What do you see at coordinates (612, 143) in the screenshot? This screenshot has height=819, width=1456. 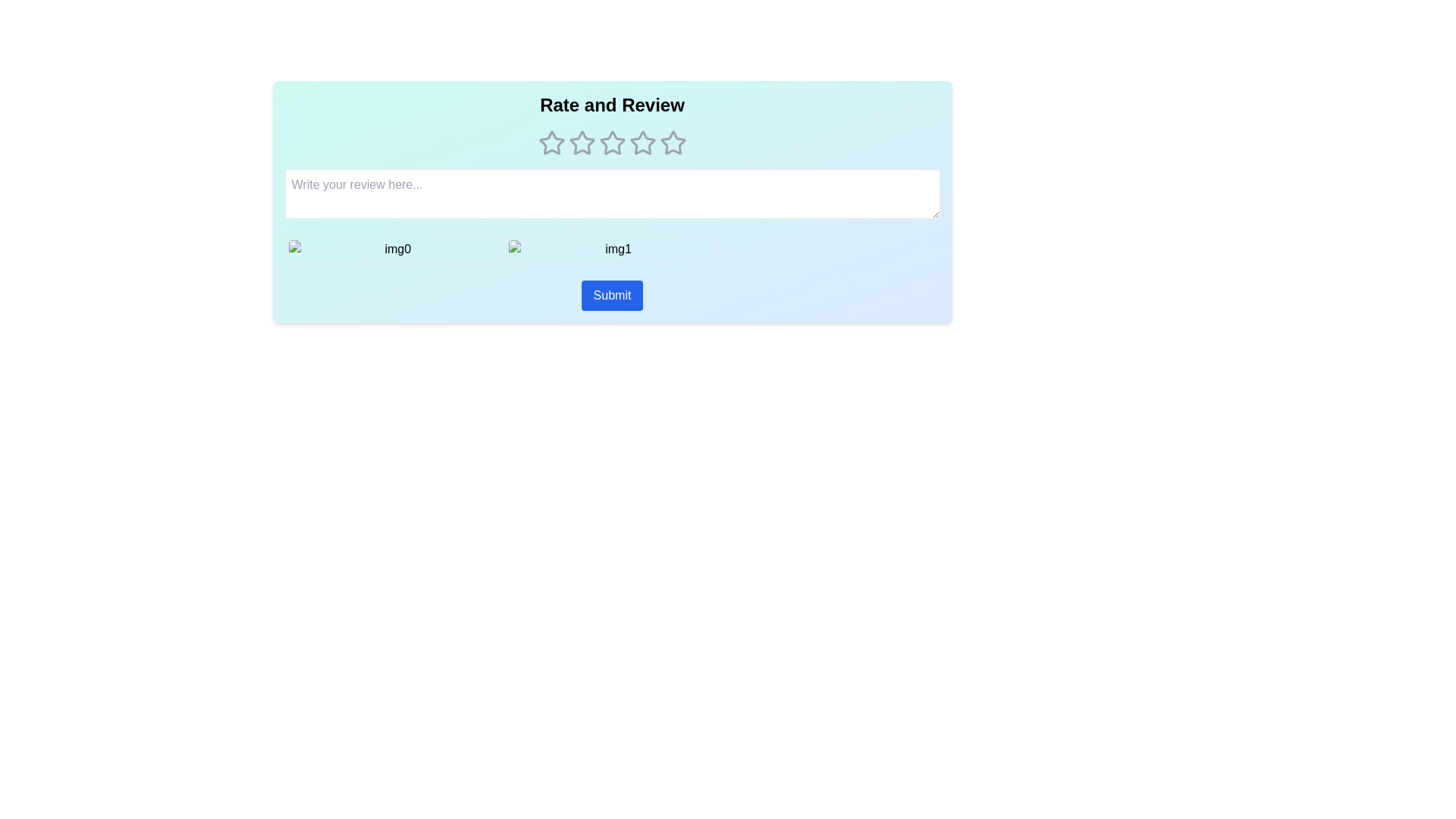 I see `the star corresponding to 3 stars to preview the rating` at bounding box center [612, 143].